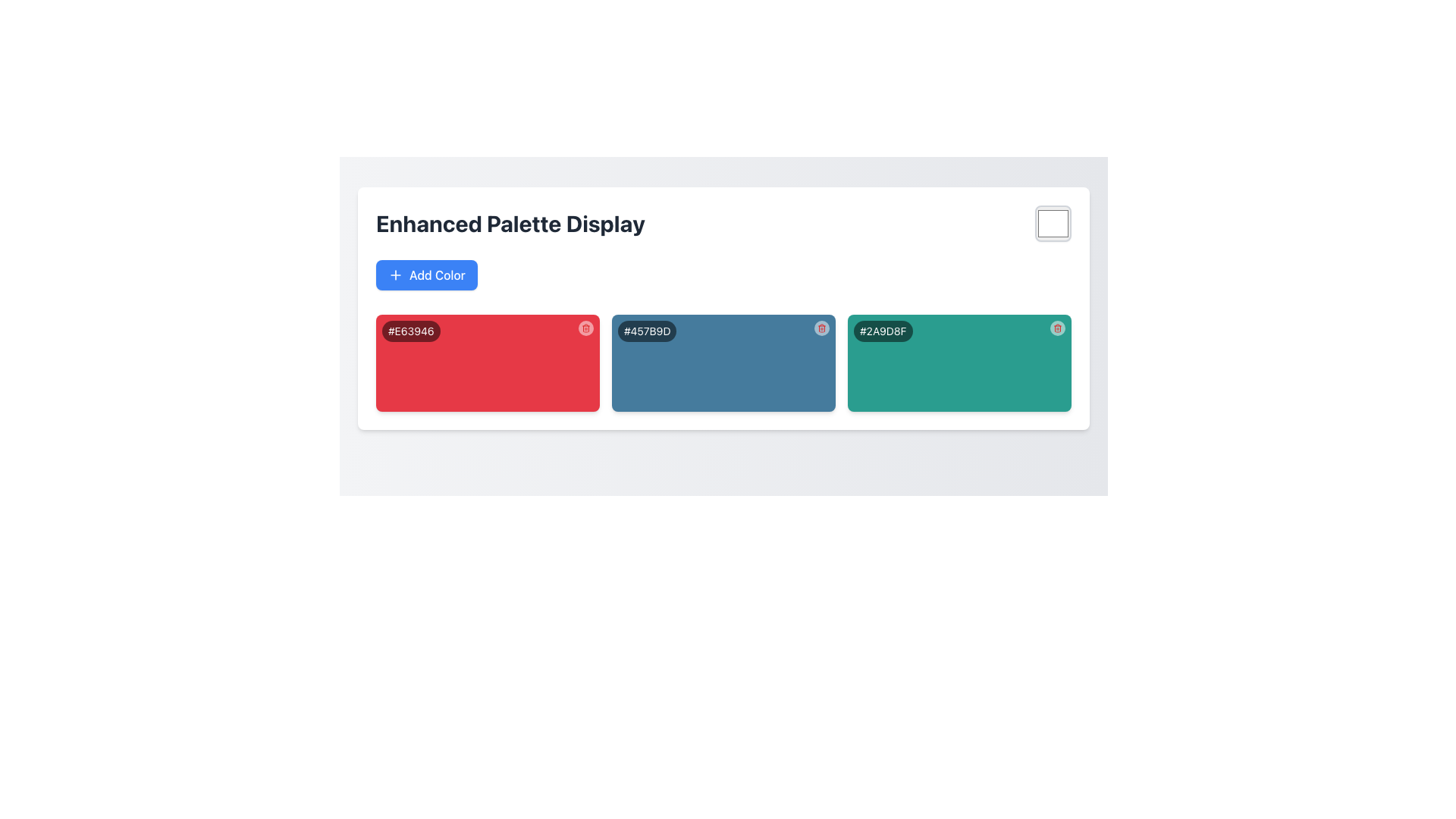  What do you see at coordinates (488, 362) in the screenshot?
I see `the leftmost color palette display rectangle showcasing red color` at bounding box center [488, 362].